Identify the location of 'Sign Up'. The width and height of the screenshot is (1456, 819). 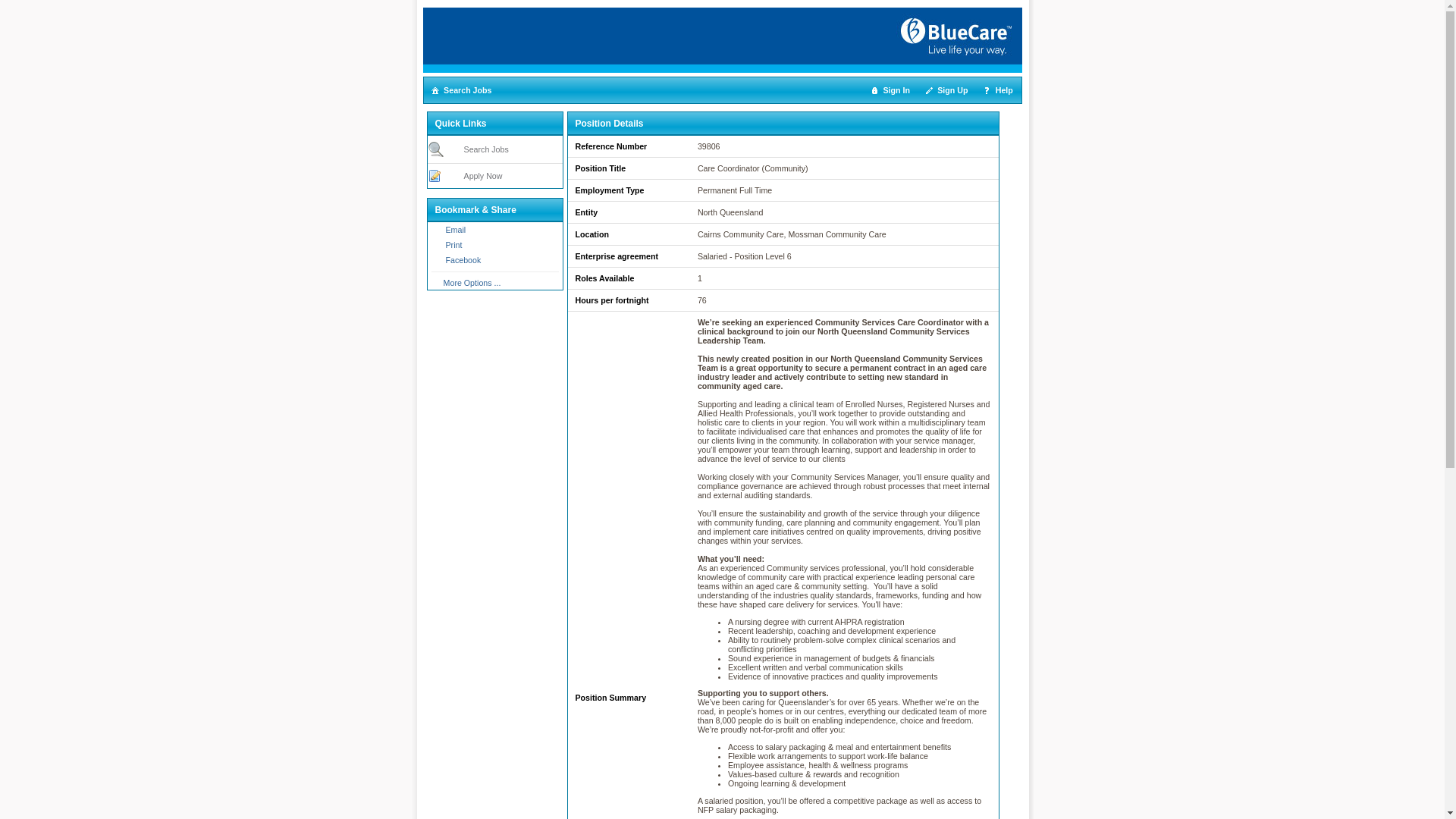
(946, 90).